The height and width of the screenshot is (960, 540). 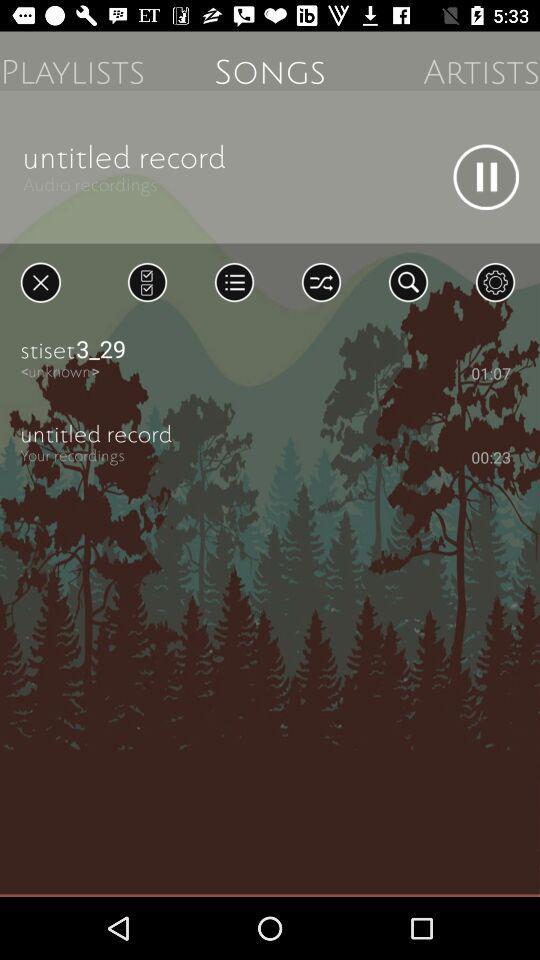 I want to click on the settings icon, so click(x=494, y=281).